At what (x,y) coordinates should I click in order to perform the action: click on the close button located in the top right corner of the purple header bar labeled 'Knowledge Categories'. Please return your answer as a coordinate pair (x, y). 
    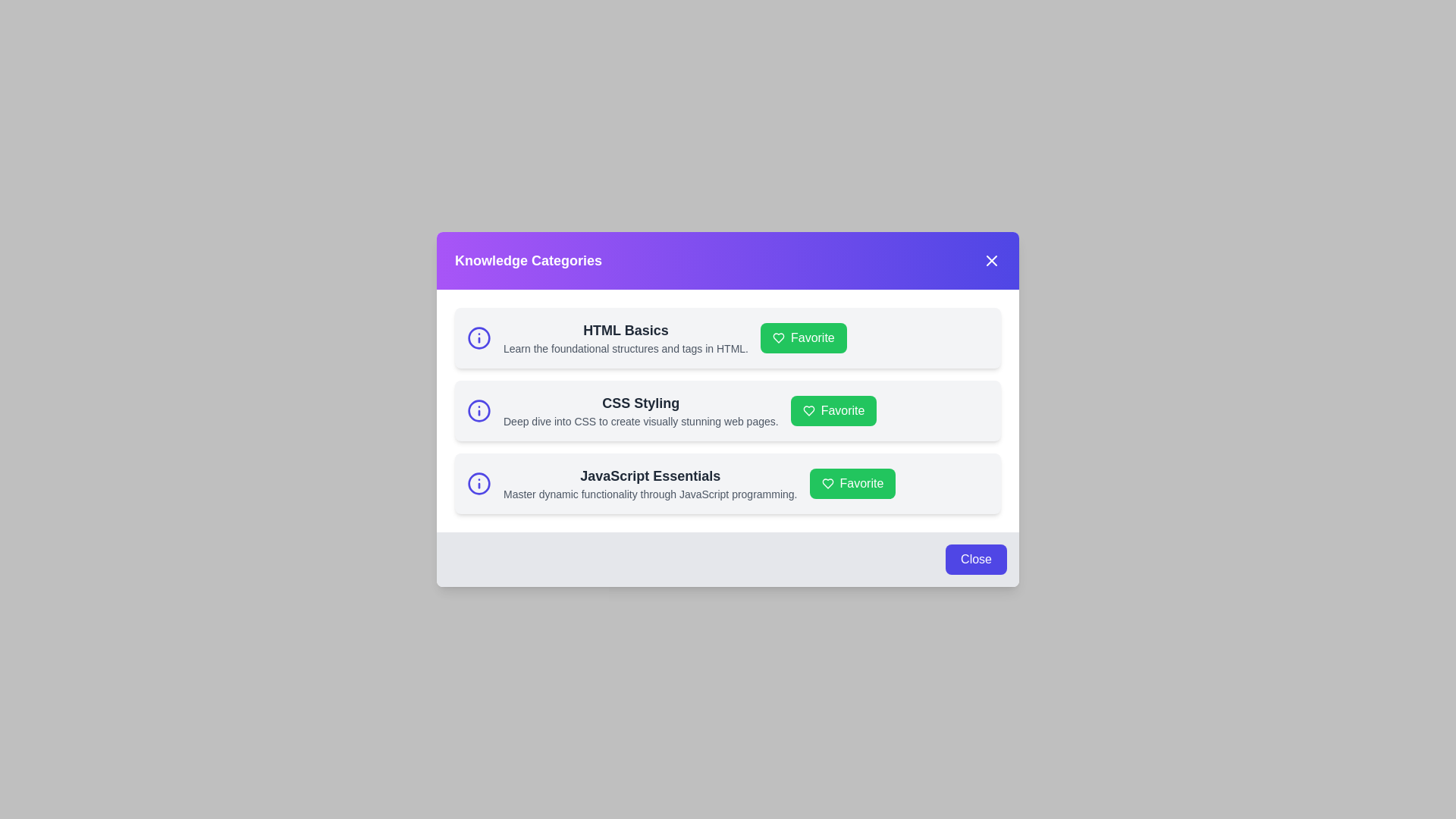
    Looking at the image, I should click on (992, 259).